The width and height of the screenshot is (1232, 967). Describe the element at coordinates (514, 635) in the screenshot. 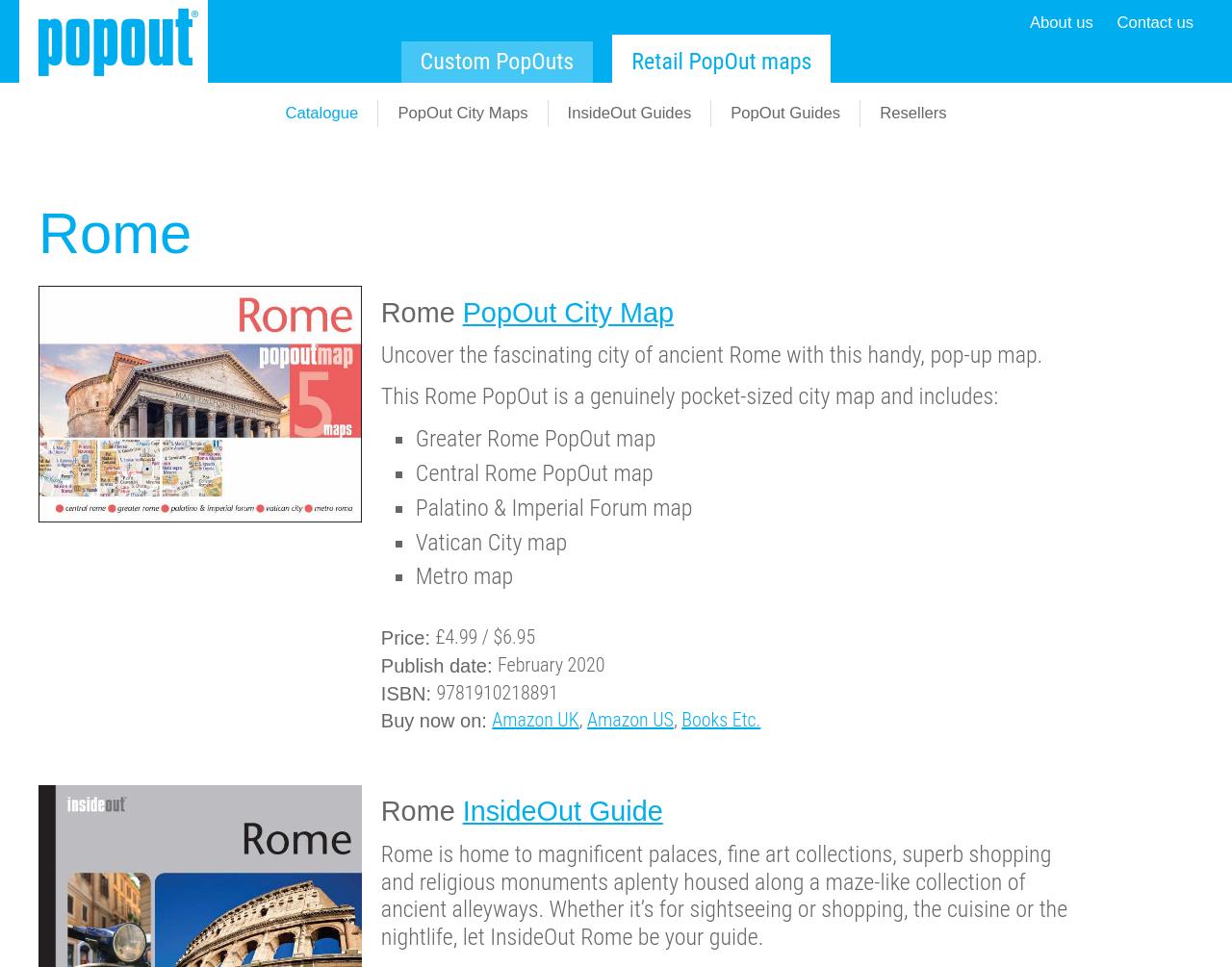

I see `'$6.95'` at that location.